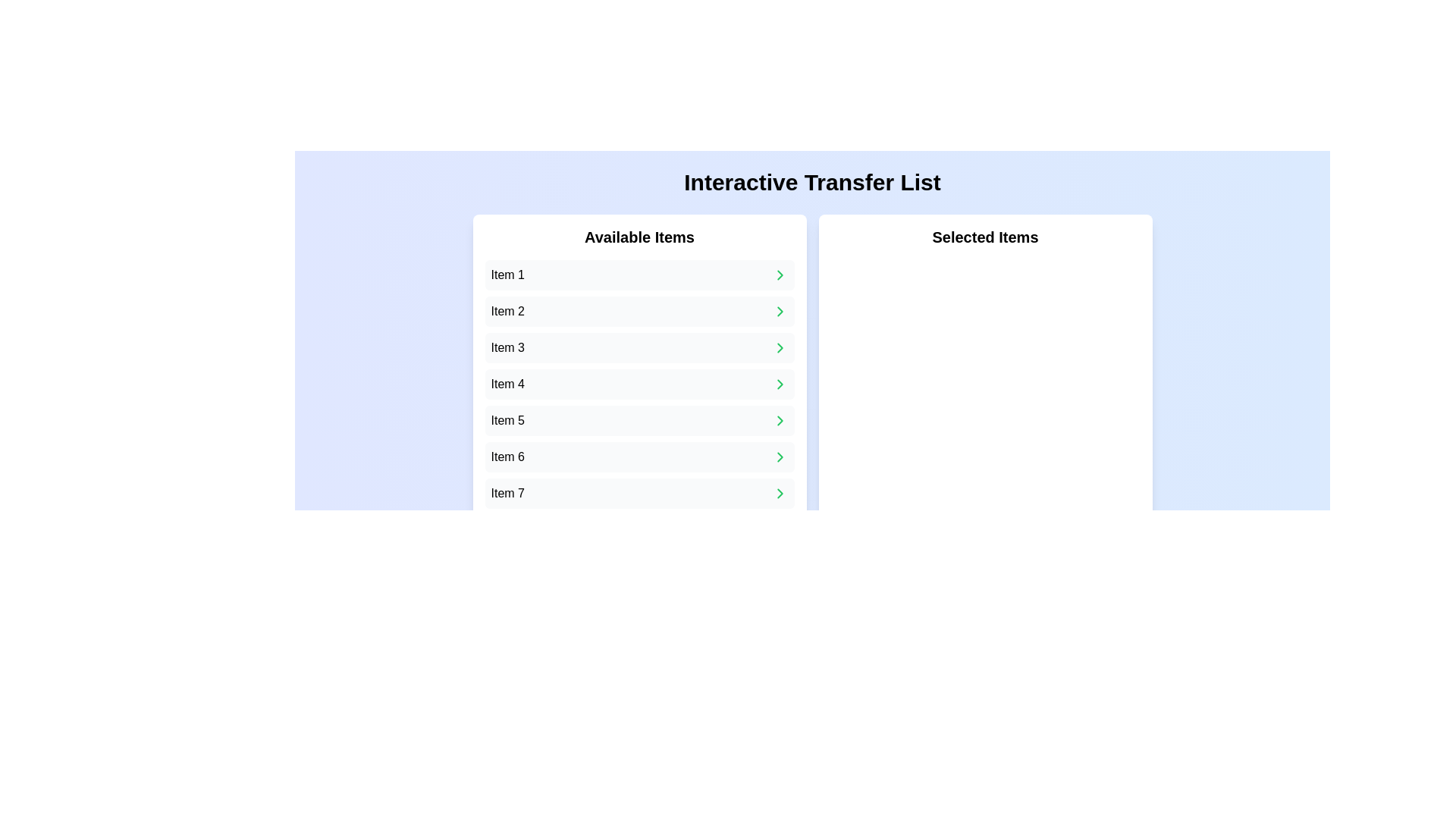  I want to click on the green arrow icon pointing to the right, located within the 'Item 5' entry of the list, so click(780, 421).